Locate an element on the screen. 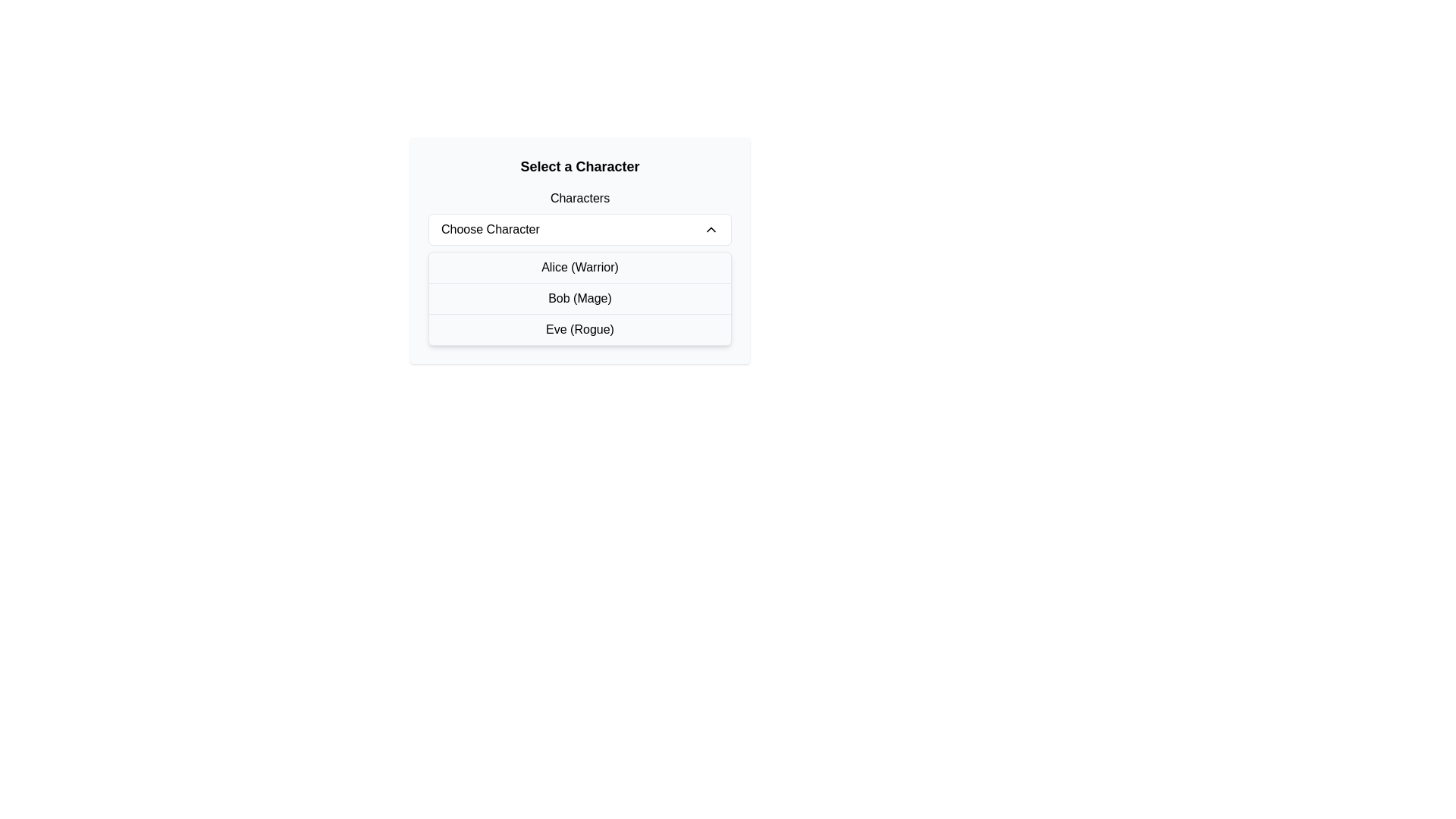  the selectable character name 'Alice (Warrior)' in the dropdown list is located at coordinates (579, 267).